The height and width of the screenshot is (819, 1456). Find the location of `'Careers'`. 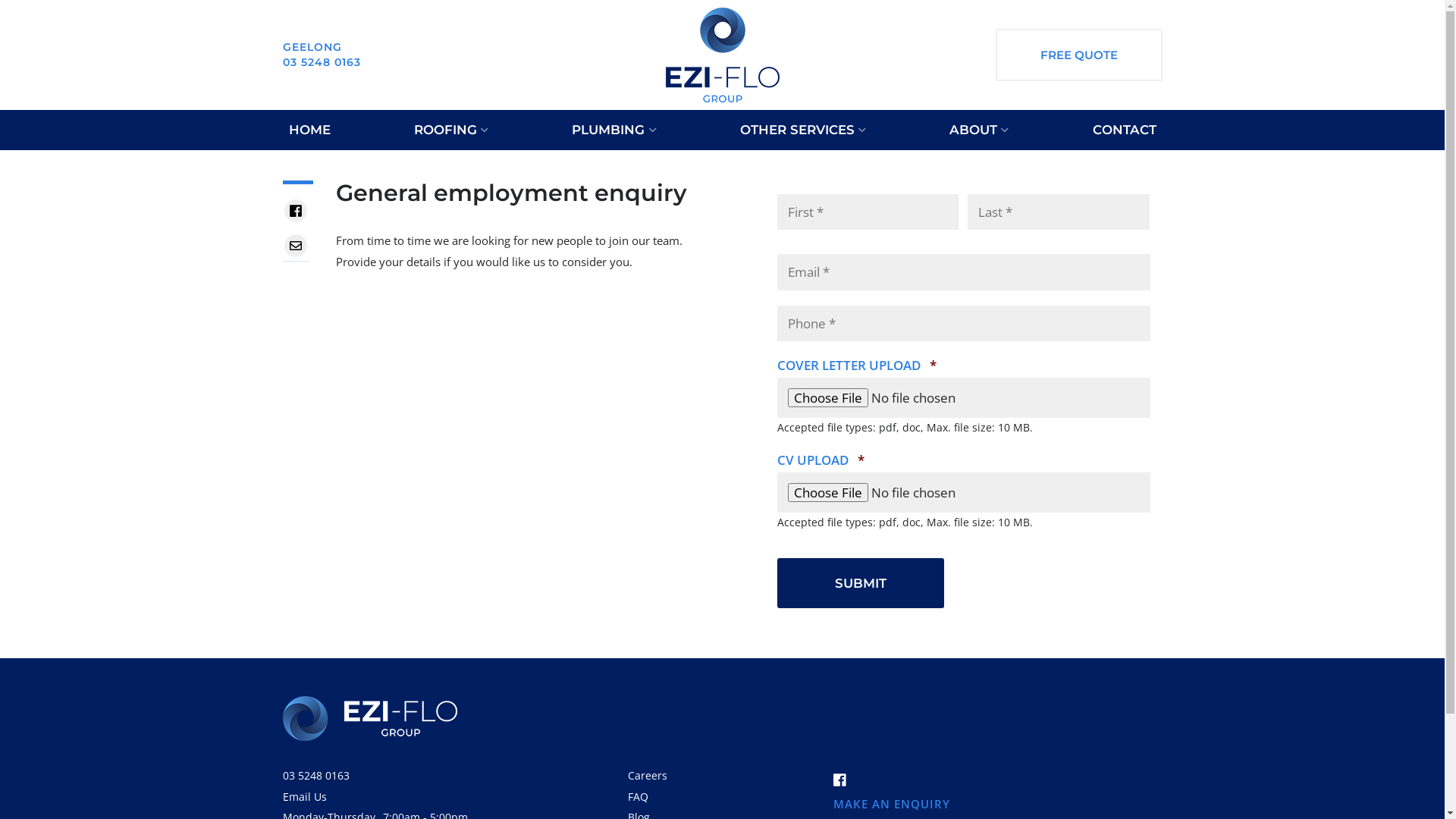

'Careers' is located at coordinates (648, 775).